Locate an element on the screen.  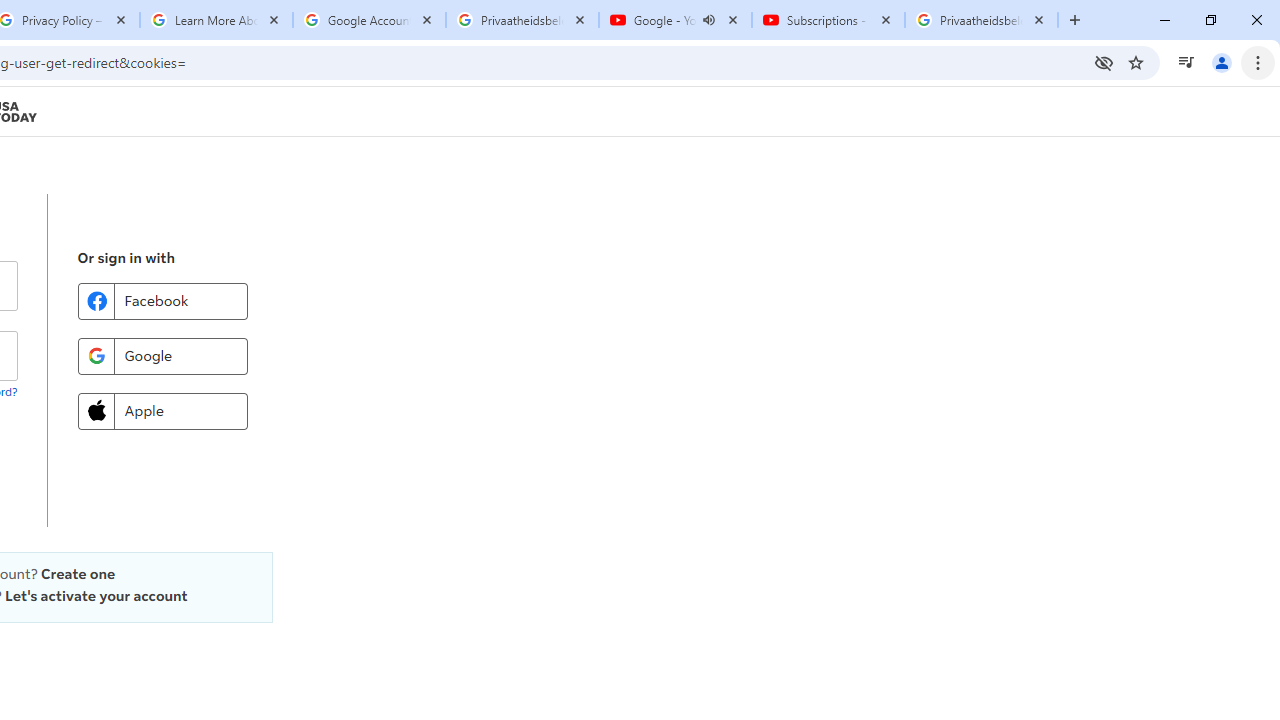
'Apple' is located at coordinates (162, 409).